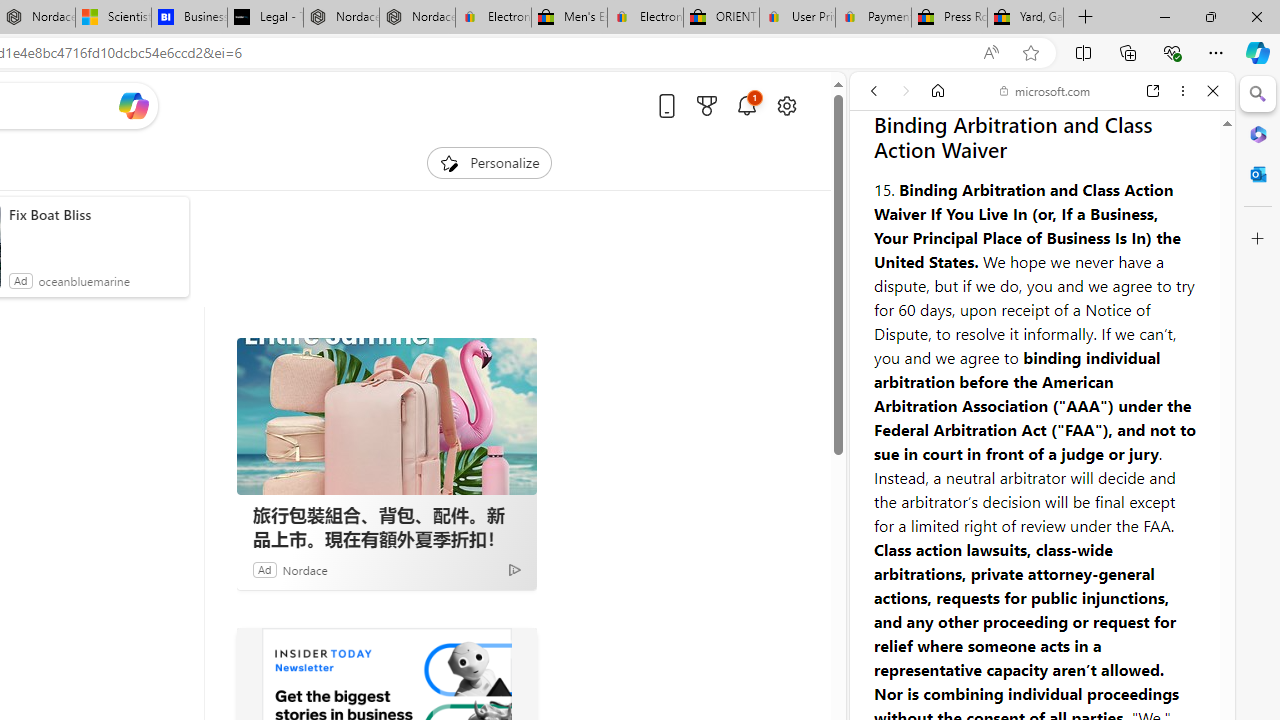 Image resolution: width=1280 pixels, height=720 pixels. What do you see at coordinates (1044, 91) in the screenshot?
I see `'microsoft.com'` at bounding box center [1044, 91].